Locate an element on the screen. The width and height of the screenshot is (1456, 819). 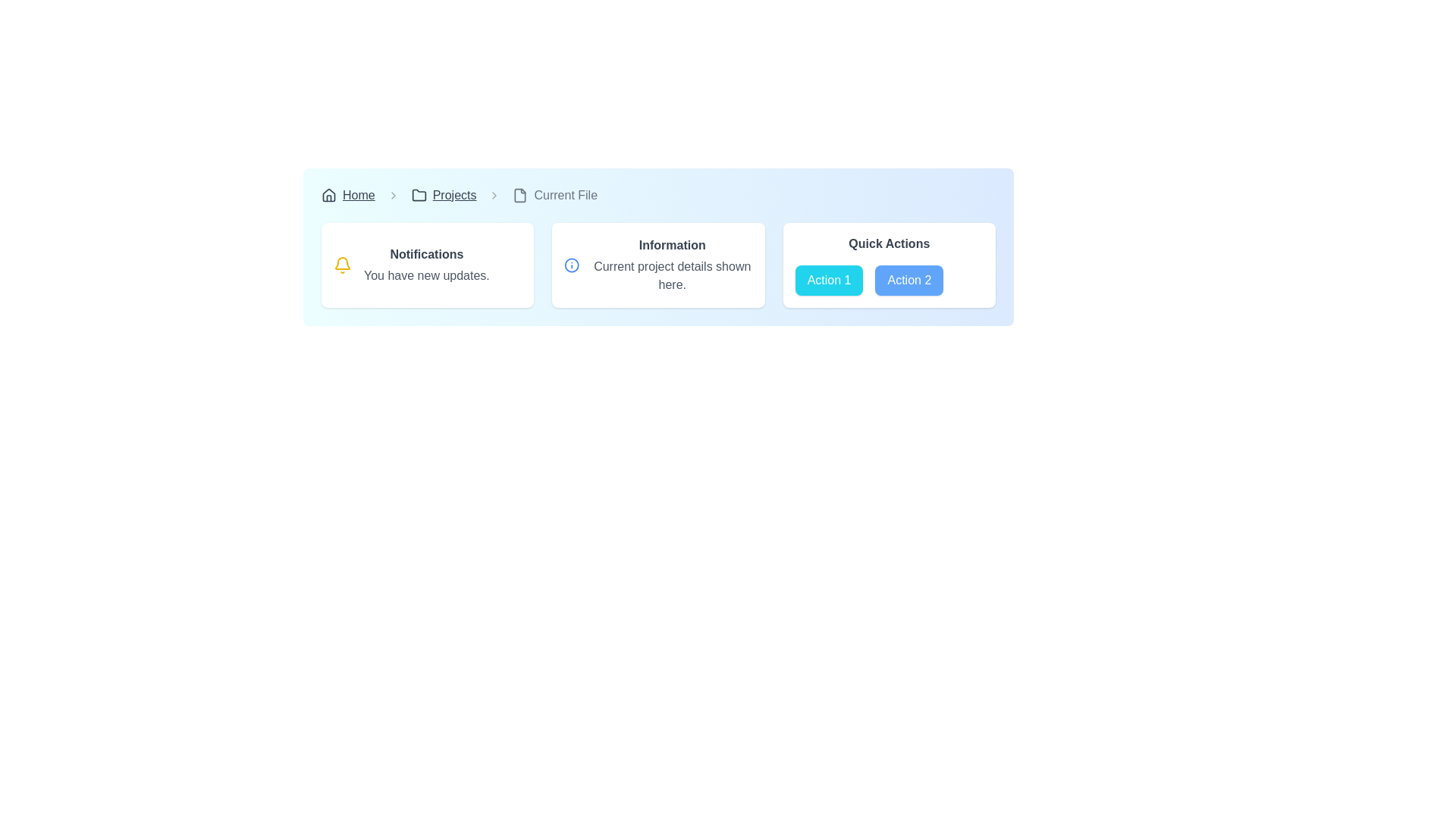
the 'Current File' breadcrumb link in the breadcrumb navigation bar is located at coordinates (658, 195).